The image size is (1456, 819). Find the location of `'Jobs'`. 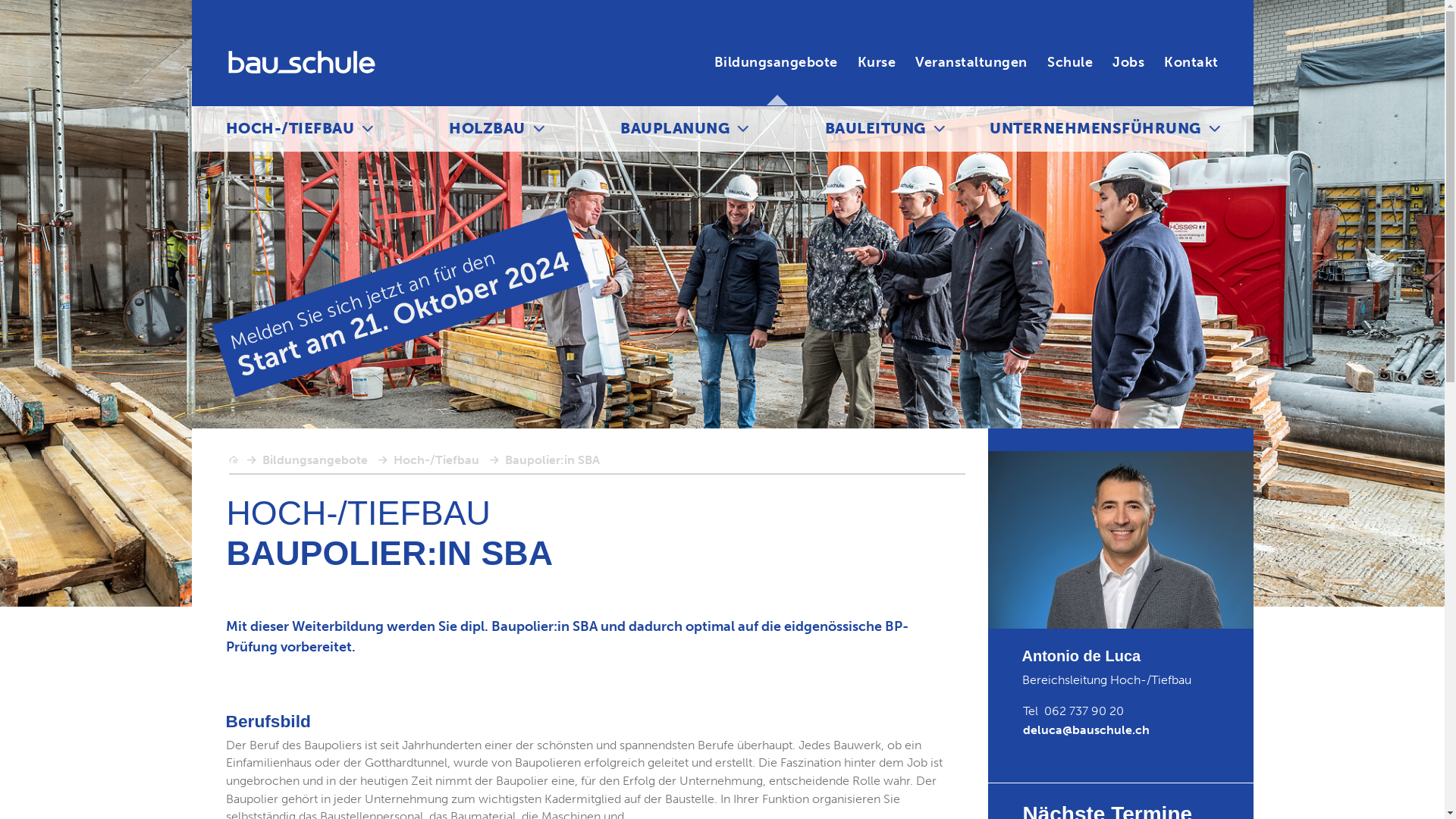

'Jobs' is located at coordinates (1128, 61).